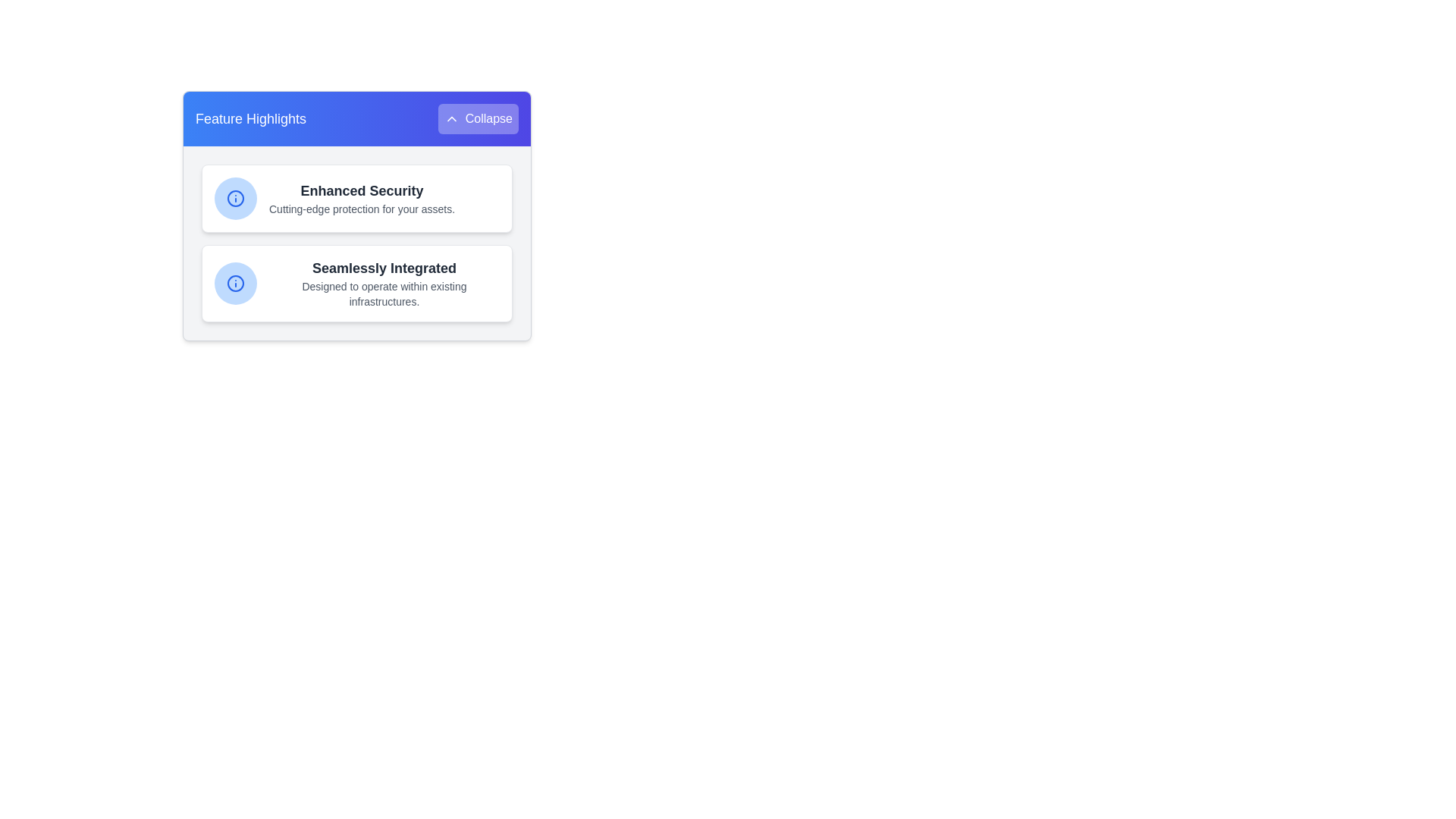 Image resolution: width=1456 pixels, height=819 pixels. I want to click on the collapse button located at the top-right corner of the 'Feature Highlights' section to change the background opacity, so click(477, 118).